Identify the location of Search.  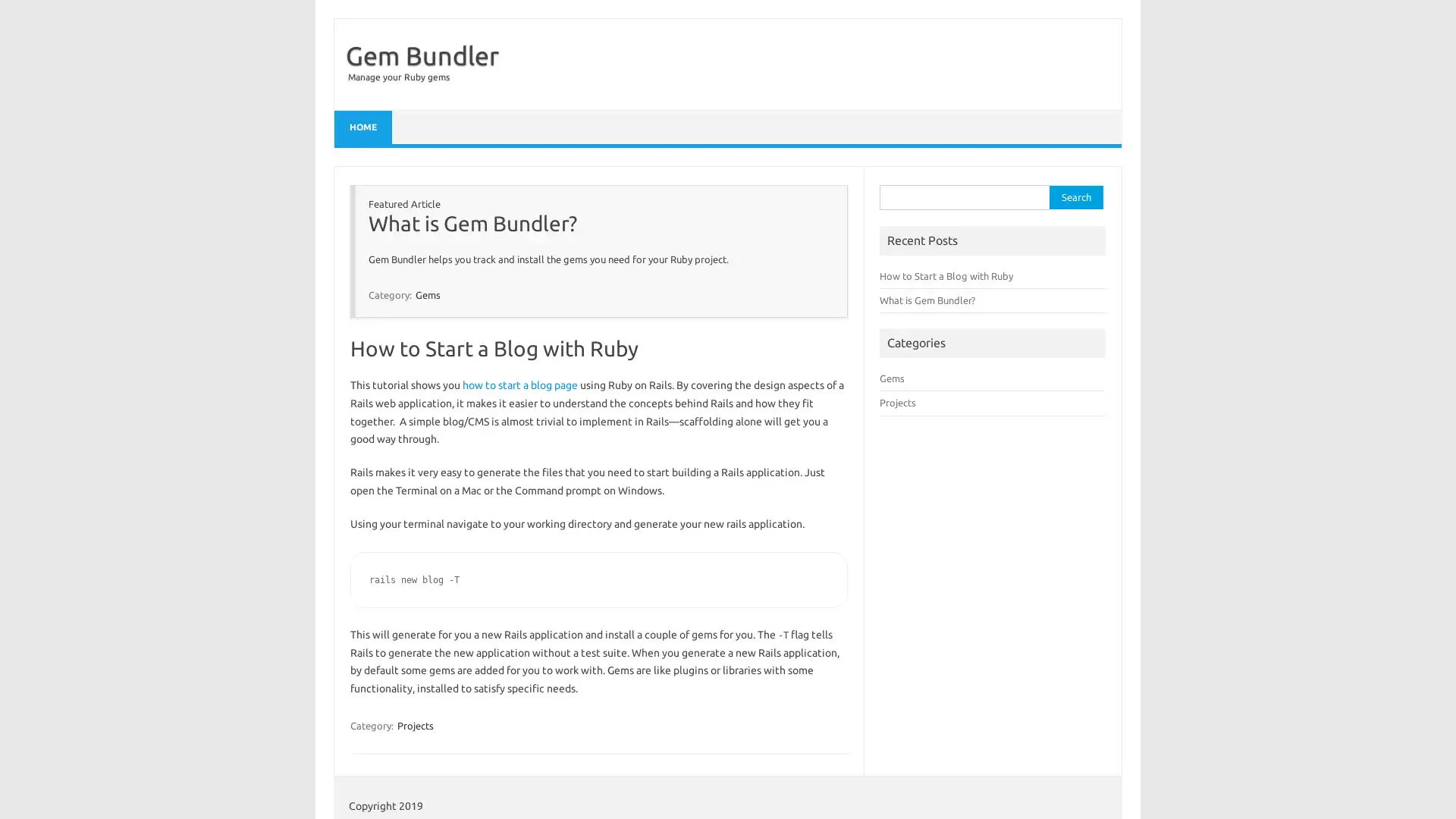
(1075, 196).